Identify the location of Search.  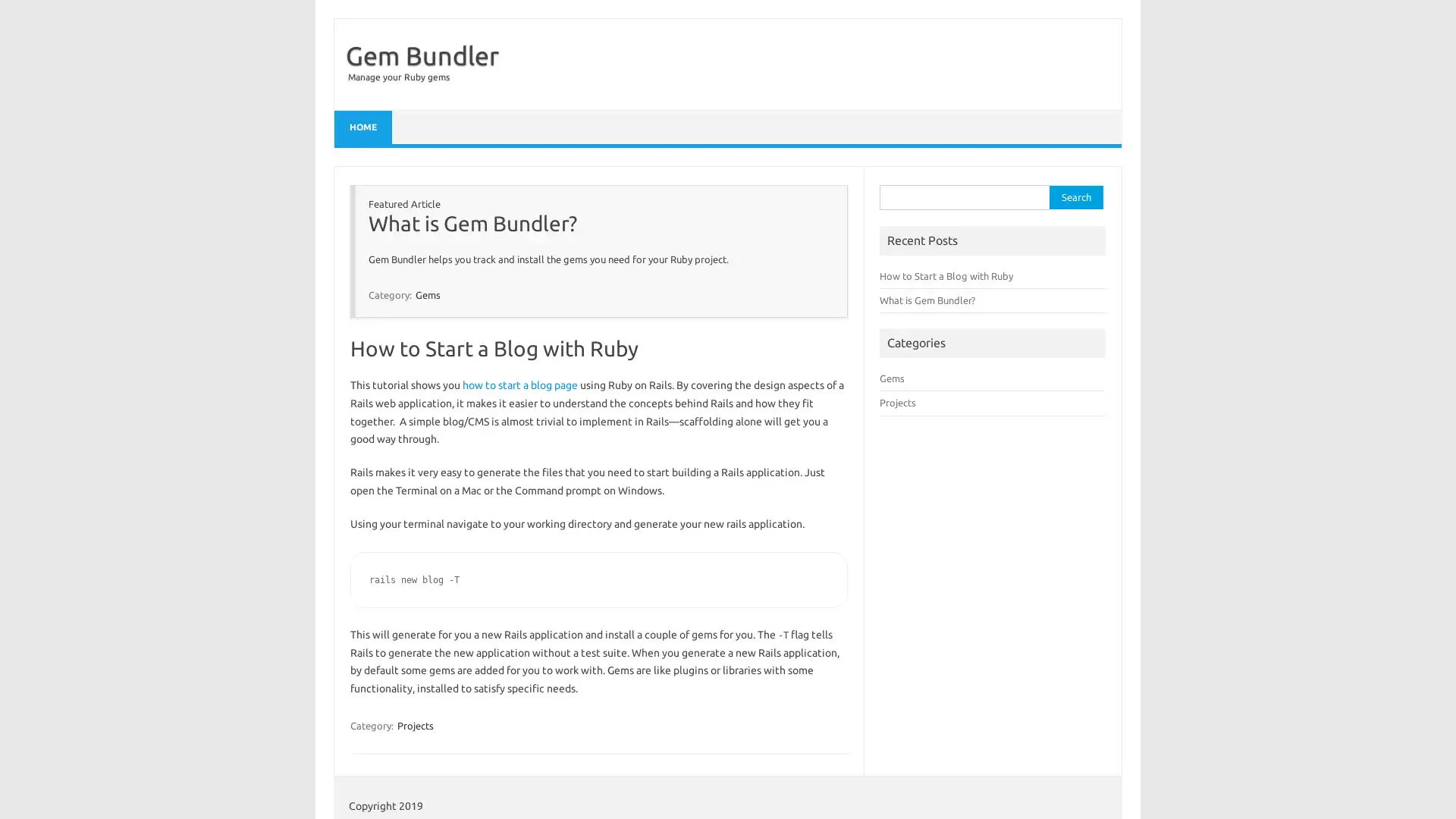
(1075, 196).